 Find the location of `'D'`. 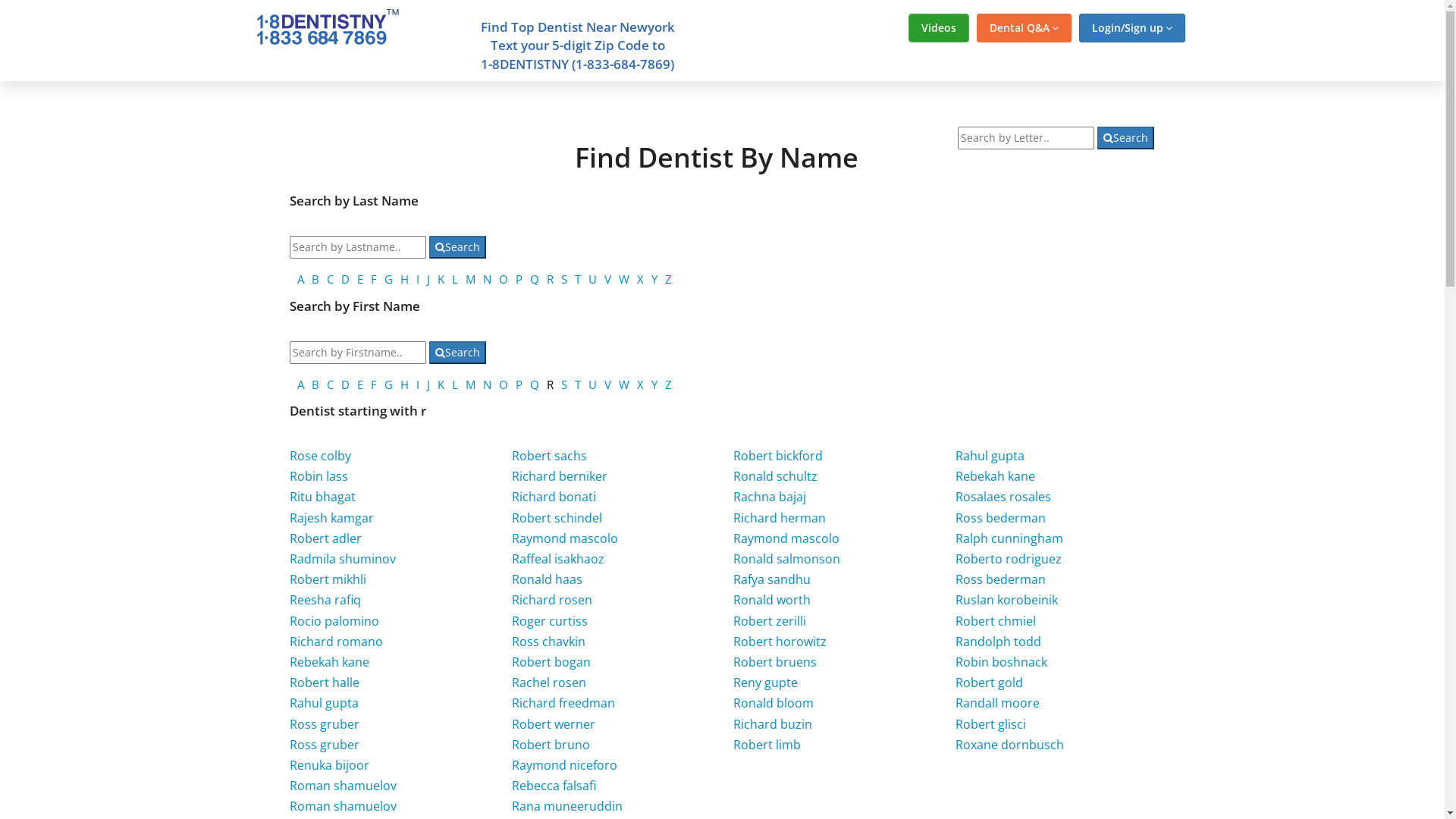

'D' is located at coordinates (340, 278).